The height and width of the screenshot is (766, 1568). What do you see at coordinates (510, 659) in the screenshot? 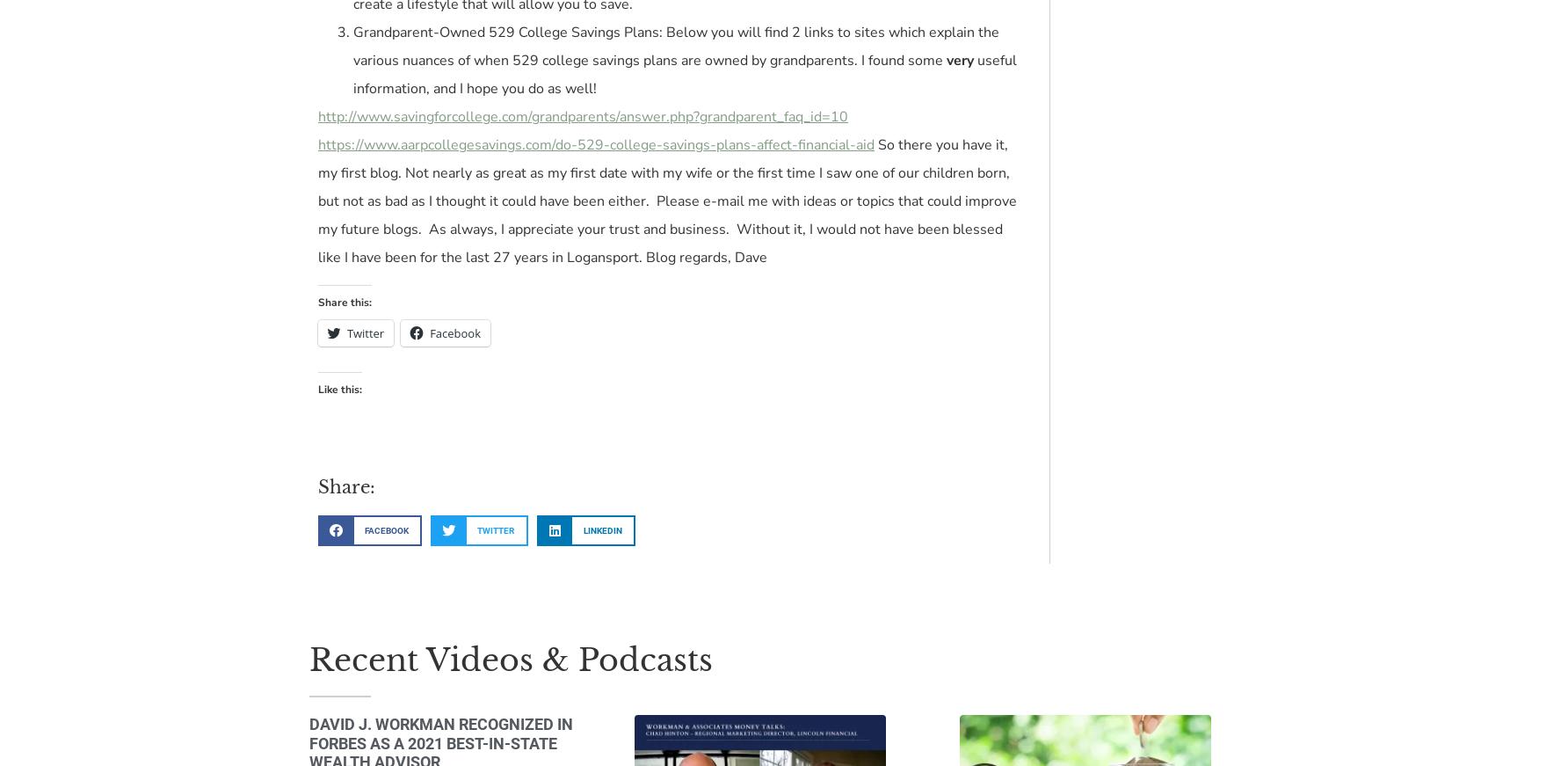
I see `'Recent Videos & Podcasts'` at bounding box center [510, 659].